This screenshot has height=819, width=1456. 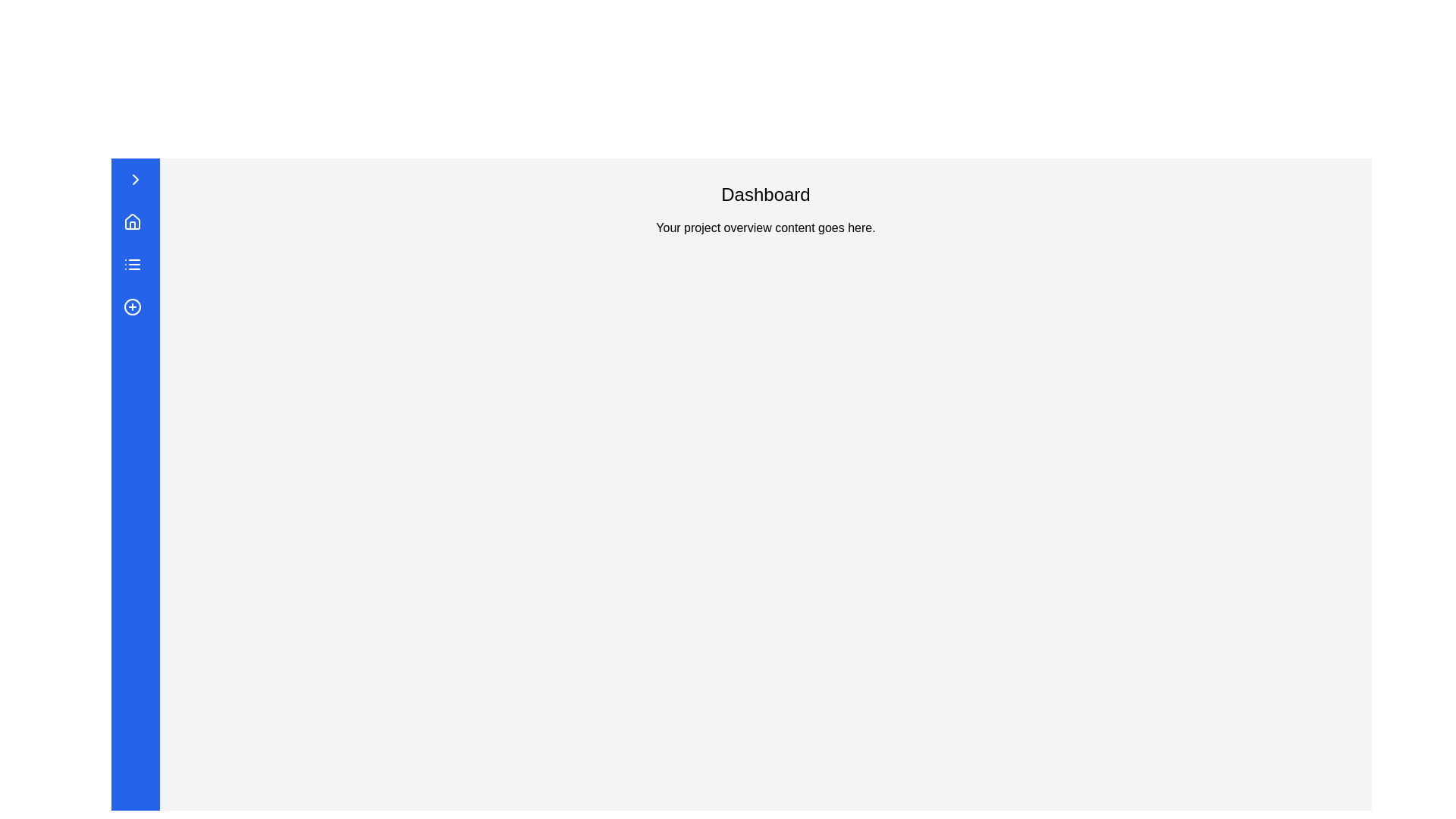 I want to click on the 'Projects' menu item in the sidebar, so click(x=135, y=263).